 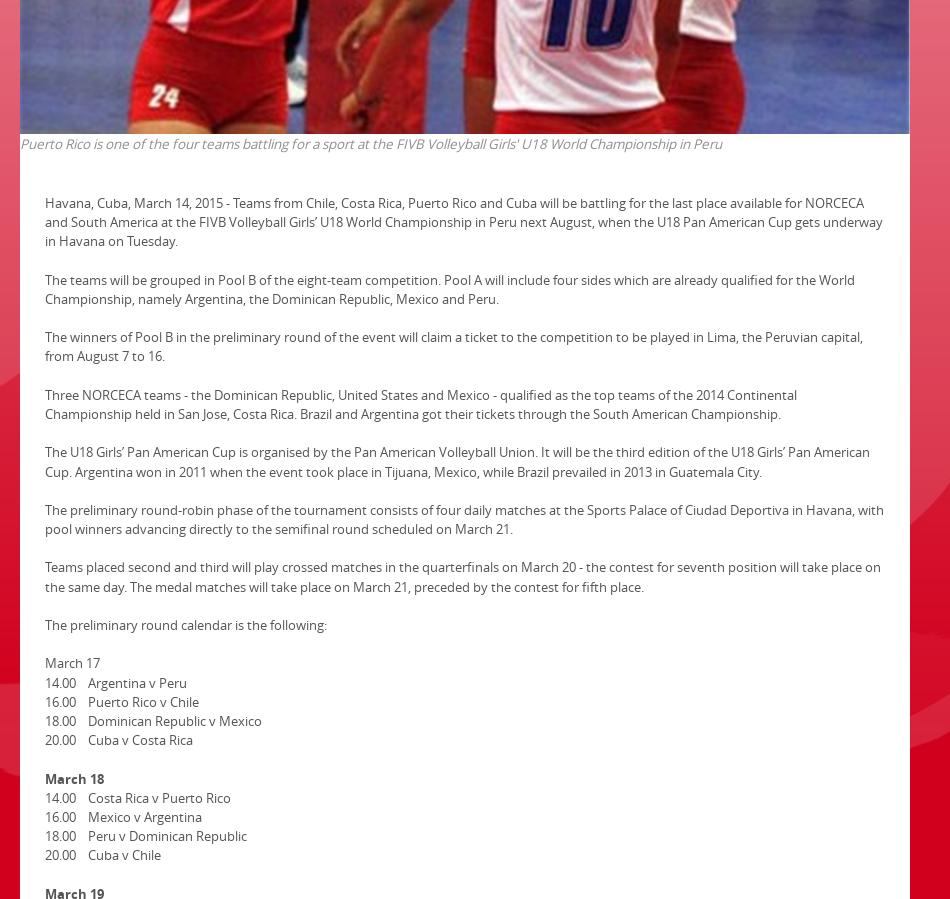 What do you see at coordinates (45, 662) in the screenshot?
I see `'March 17'` at bounding box center [45, 662].